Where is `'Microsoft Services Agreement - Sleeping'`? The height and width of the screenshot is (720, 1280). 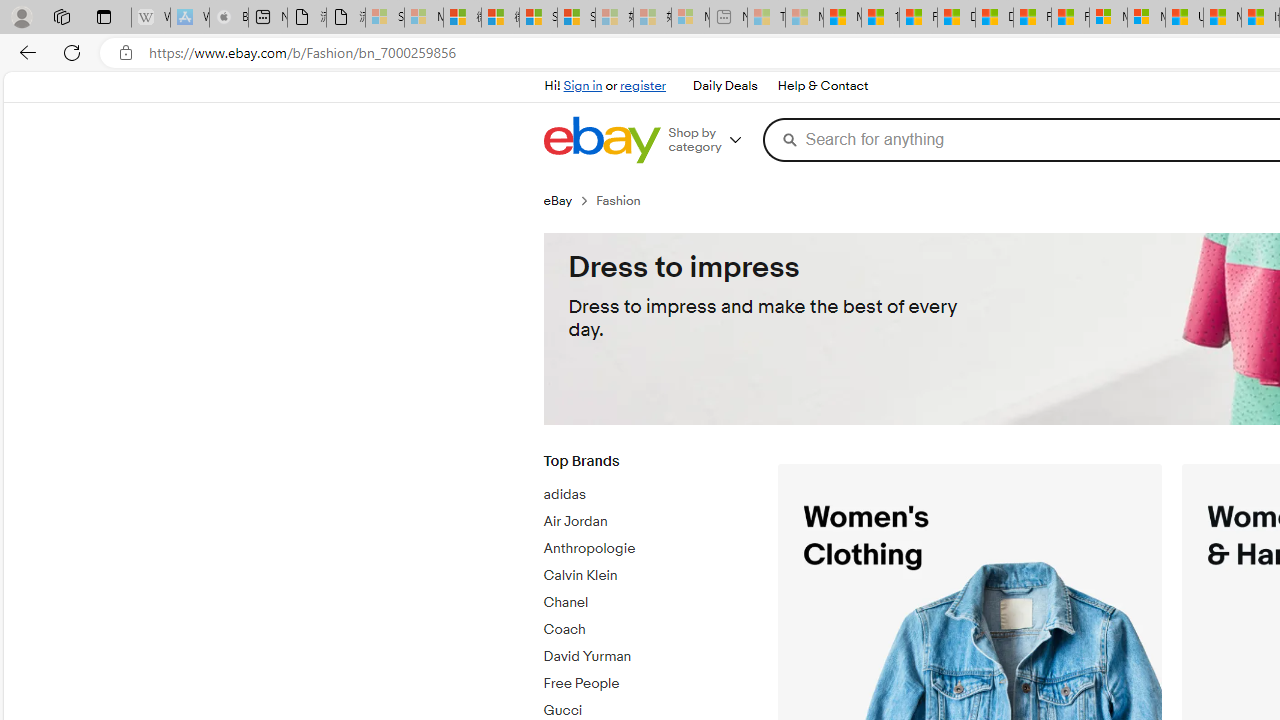
'Microsoft Services Agreement - Sleeping' is located at coordinates (422, 17).